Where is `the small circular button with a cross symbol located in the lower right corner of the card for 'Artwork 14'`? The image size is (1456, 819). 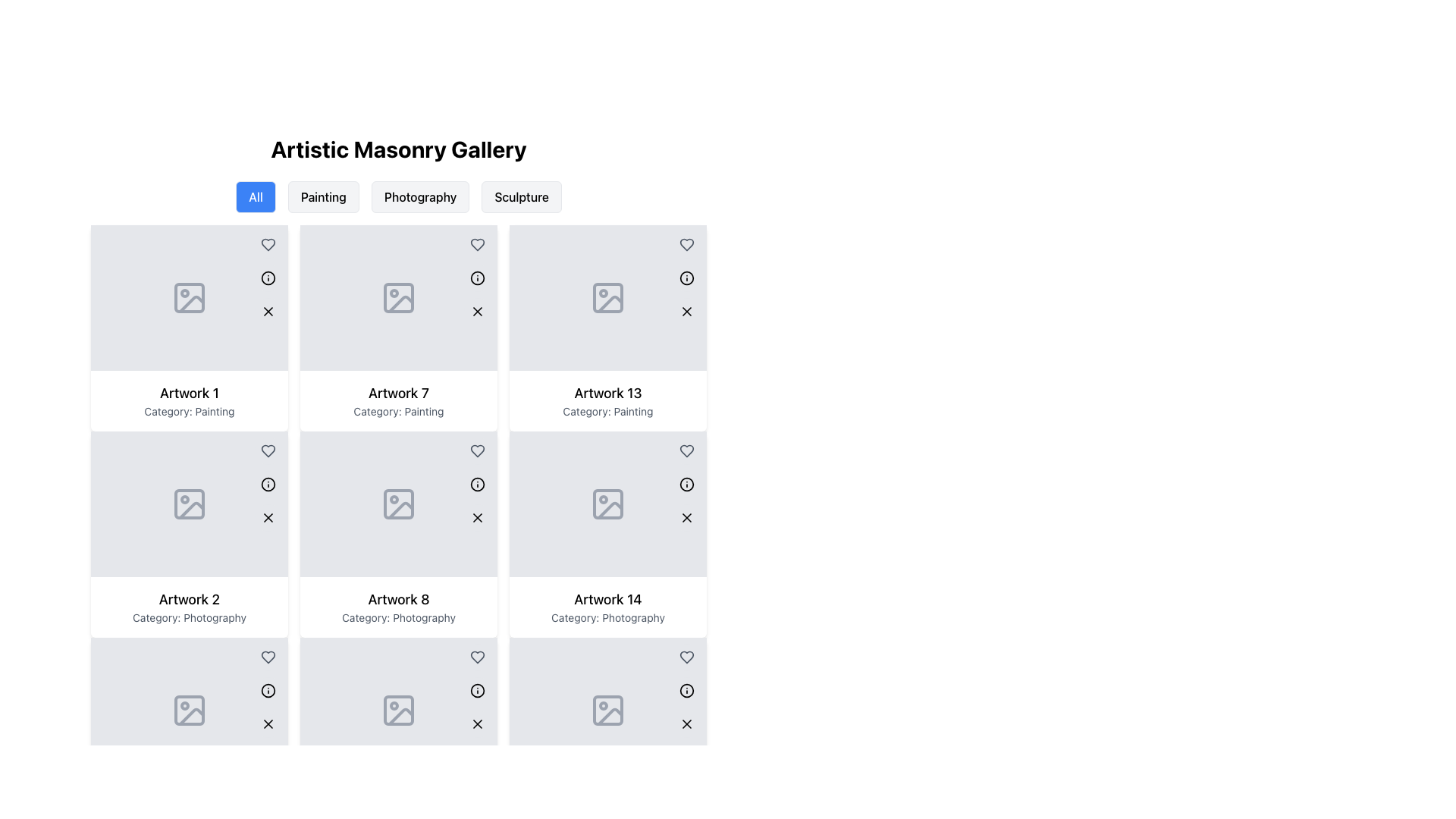
the small circular button with a cross symbol located in the lower right corner of the card for 'Artwork 14' is located at coordinates (686, 516).